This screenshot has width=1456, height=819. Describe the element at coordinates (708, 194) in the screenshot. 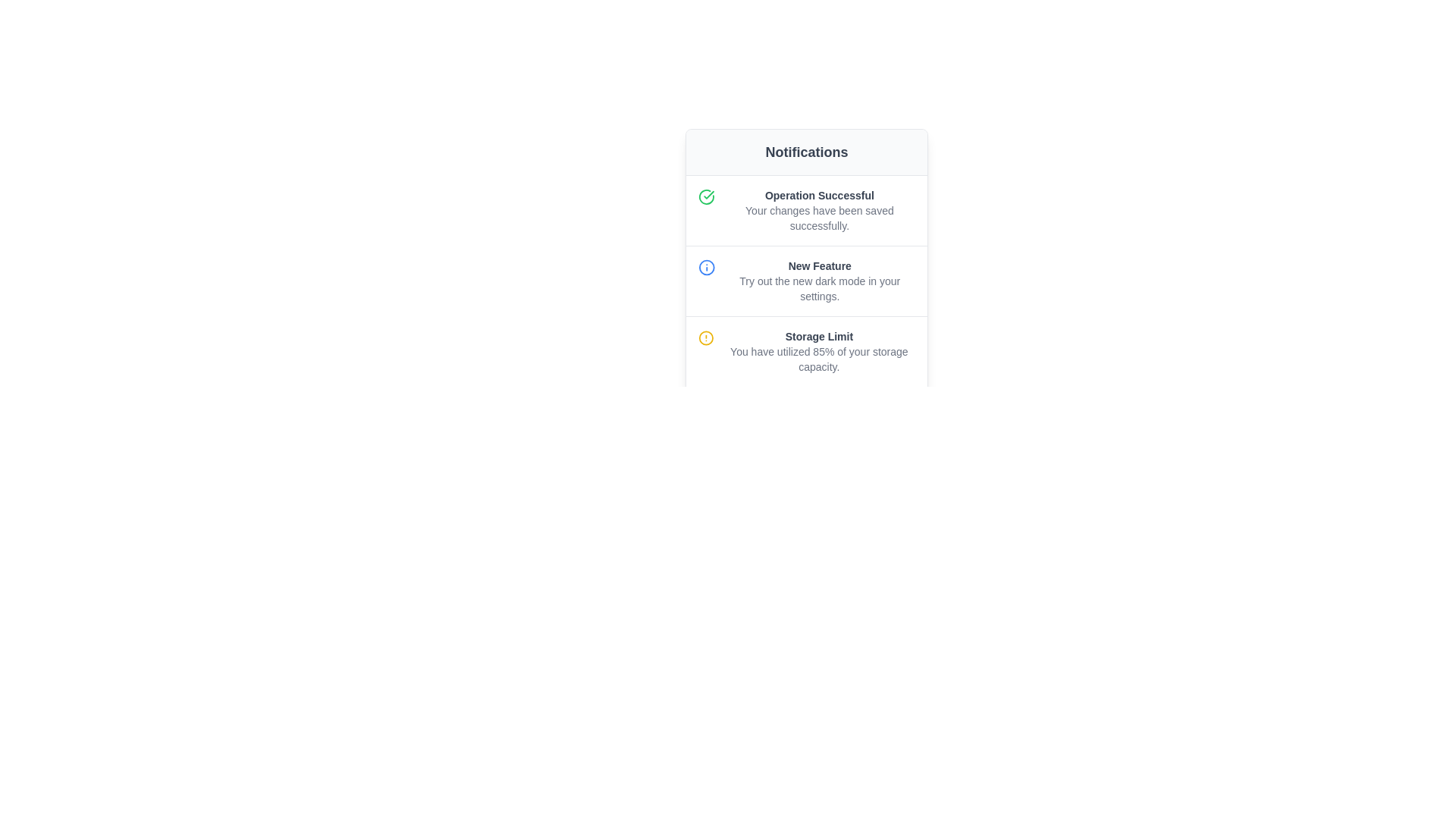

I see `the green checkmark icon with a circular outline, which represents a confirmation symbol next to the 'Operation Successful' notification` at that location.